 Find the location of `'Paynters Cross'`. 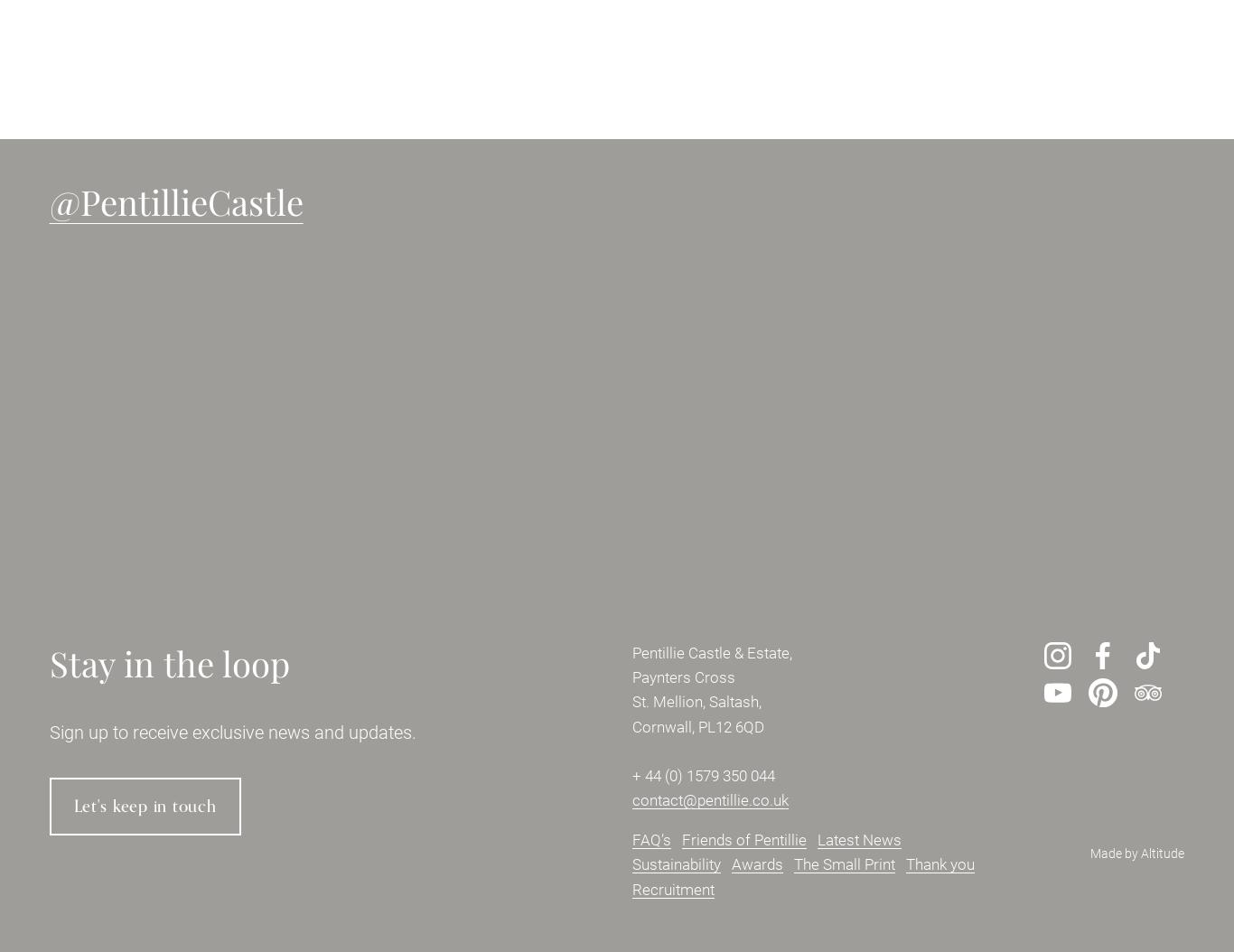

'Paynters Cross' is located at coordinates (631, 677).